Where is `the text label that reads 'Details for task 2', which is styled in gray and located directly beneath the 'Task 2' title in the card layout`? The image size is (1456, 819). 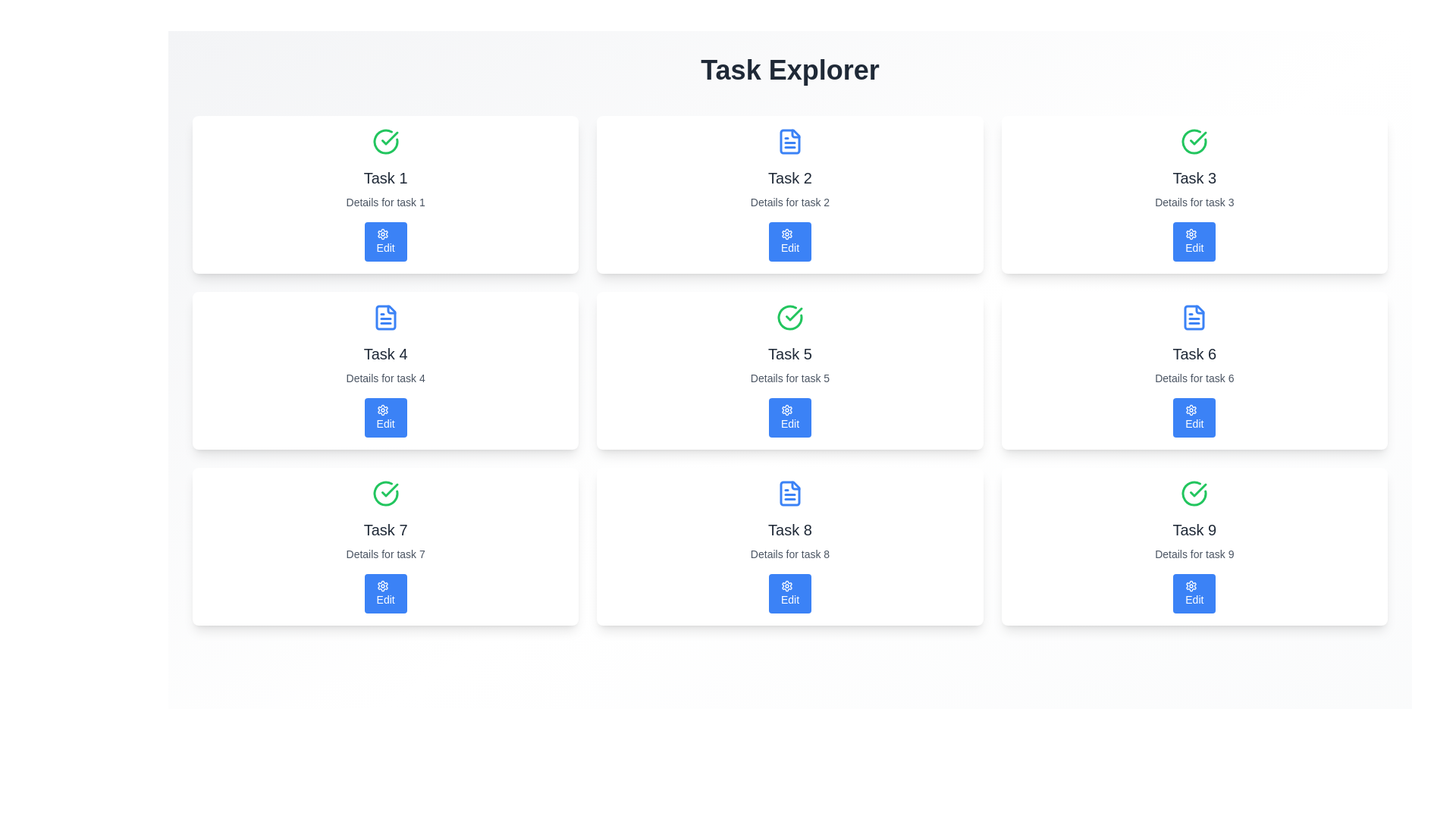
the text label that reads 'Details for task 2', which is styled in gray and located directly beneath the 'Task 2' title in the card layout is located at coordinates (789, 201).